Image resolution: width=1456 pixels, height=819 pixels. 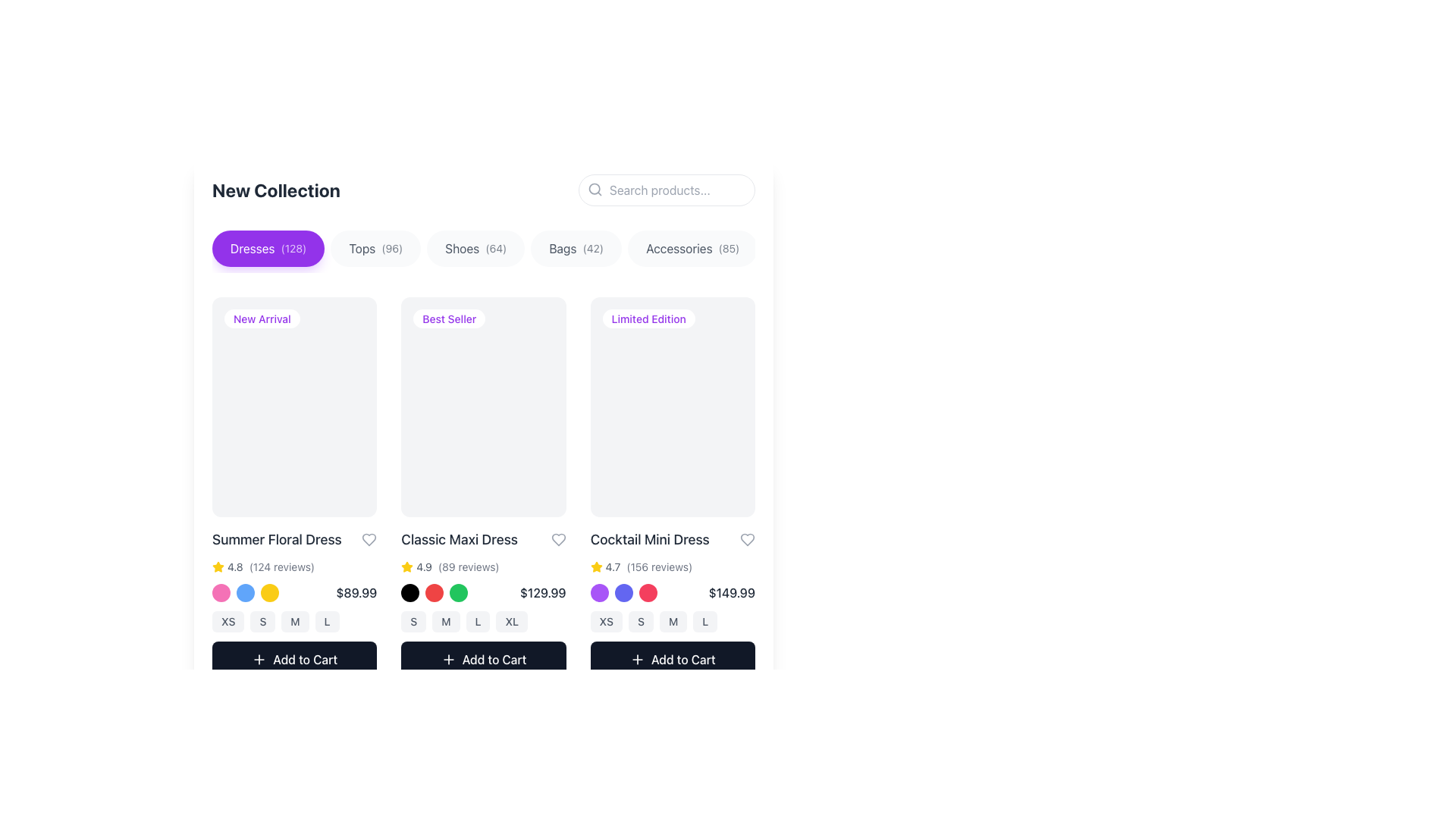 I want to click on the static text label displaying '(85)' that is semi-transparent and located adjacent to the 'Accessories' menu item at the top of the section, so click(x=729, y=247).